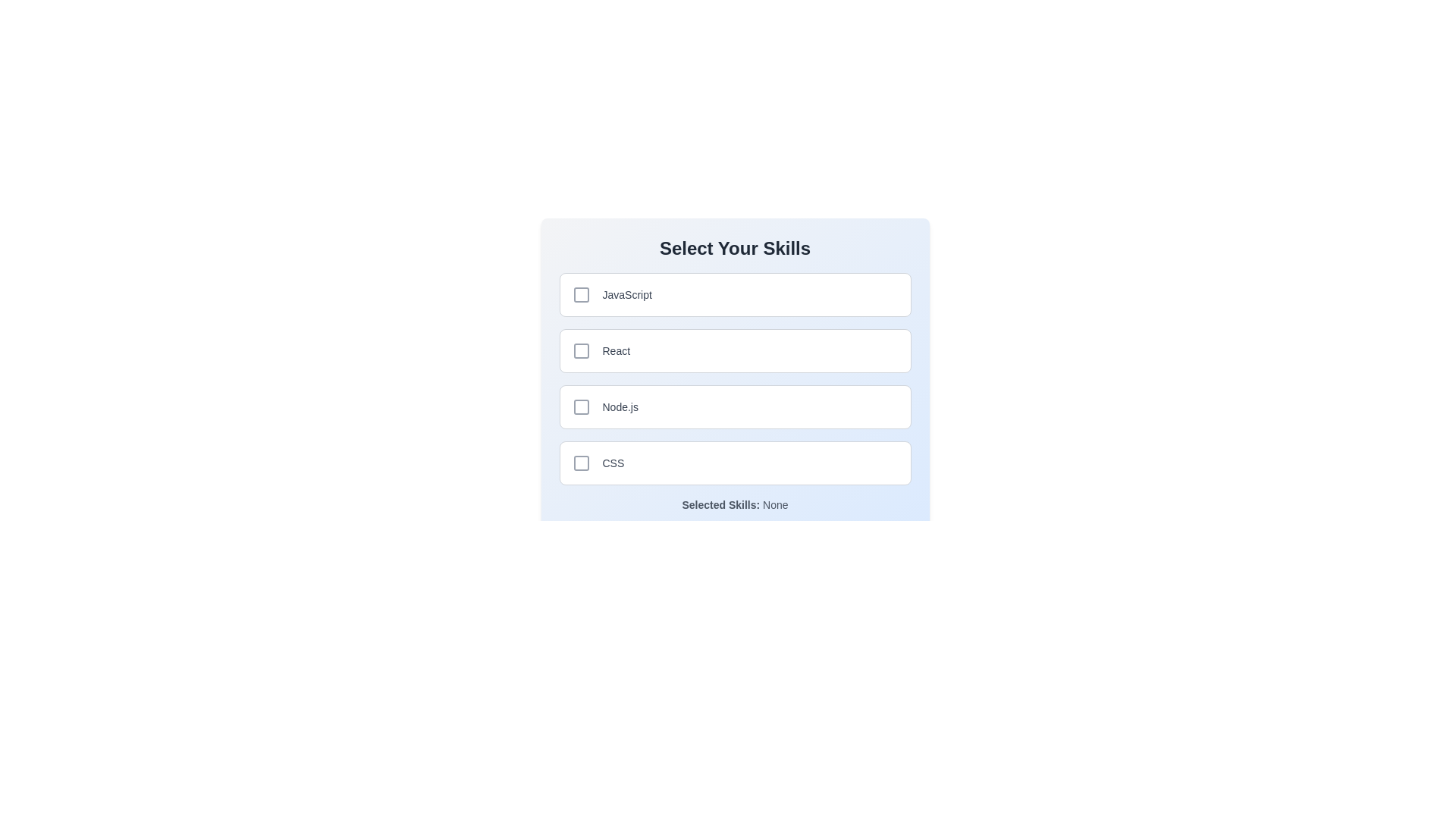  I want to click on the checkbox labeled 'JavaScript', which is the first item in the vertical list of selection options, so click(735, 295).